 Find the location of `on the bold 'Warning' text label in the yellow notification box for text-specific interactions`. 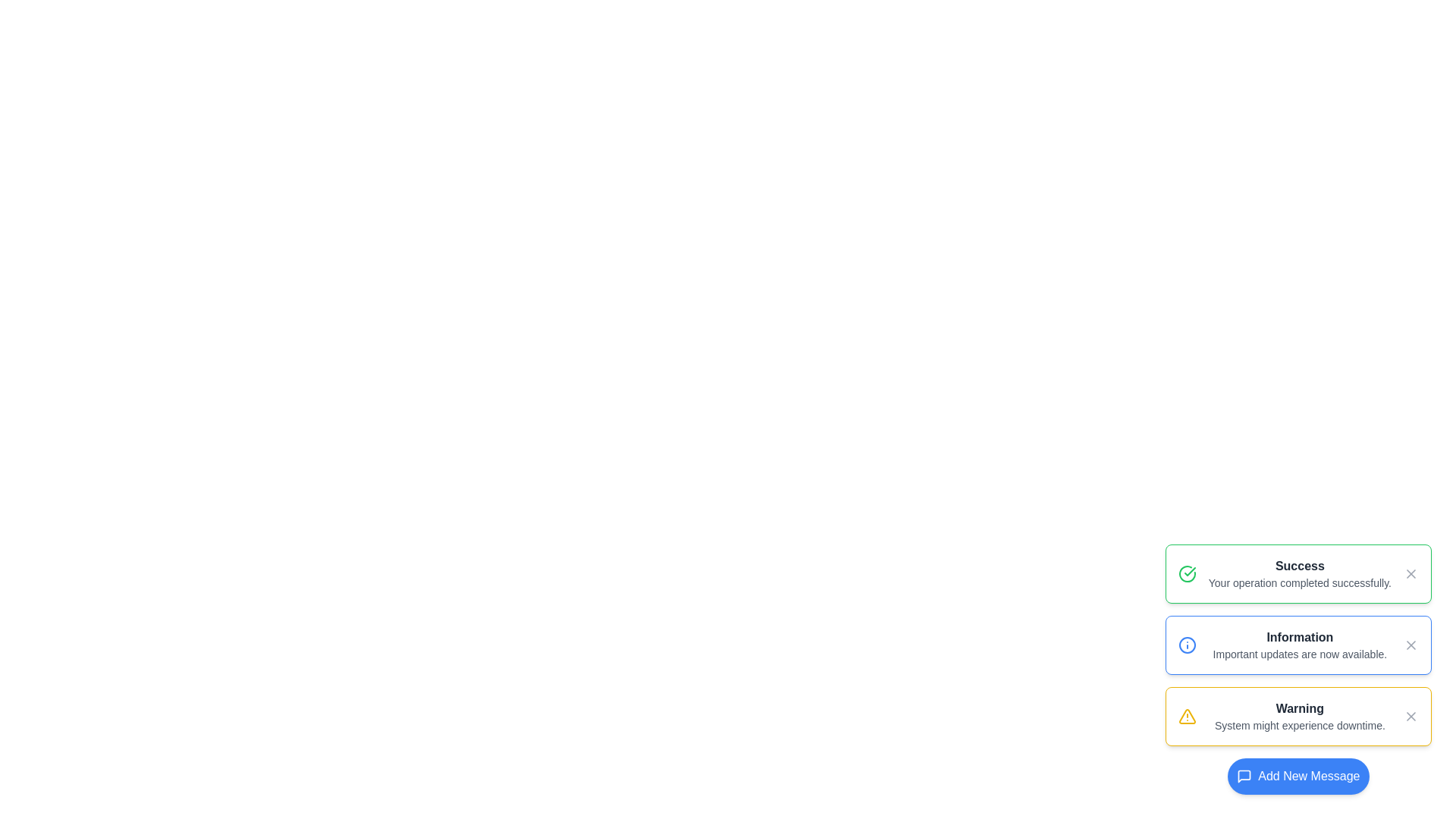

on the bold 'Warning' text label in the yellow notification box for text-specific interactions is located at coordinates (1299, 708).